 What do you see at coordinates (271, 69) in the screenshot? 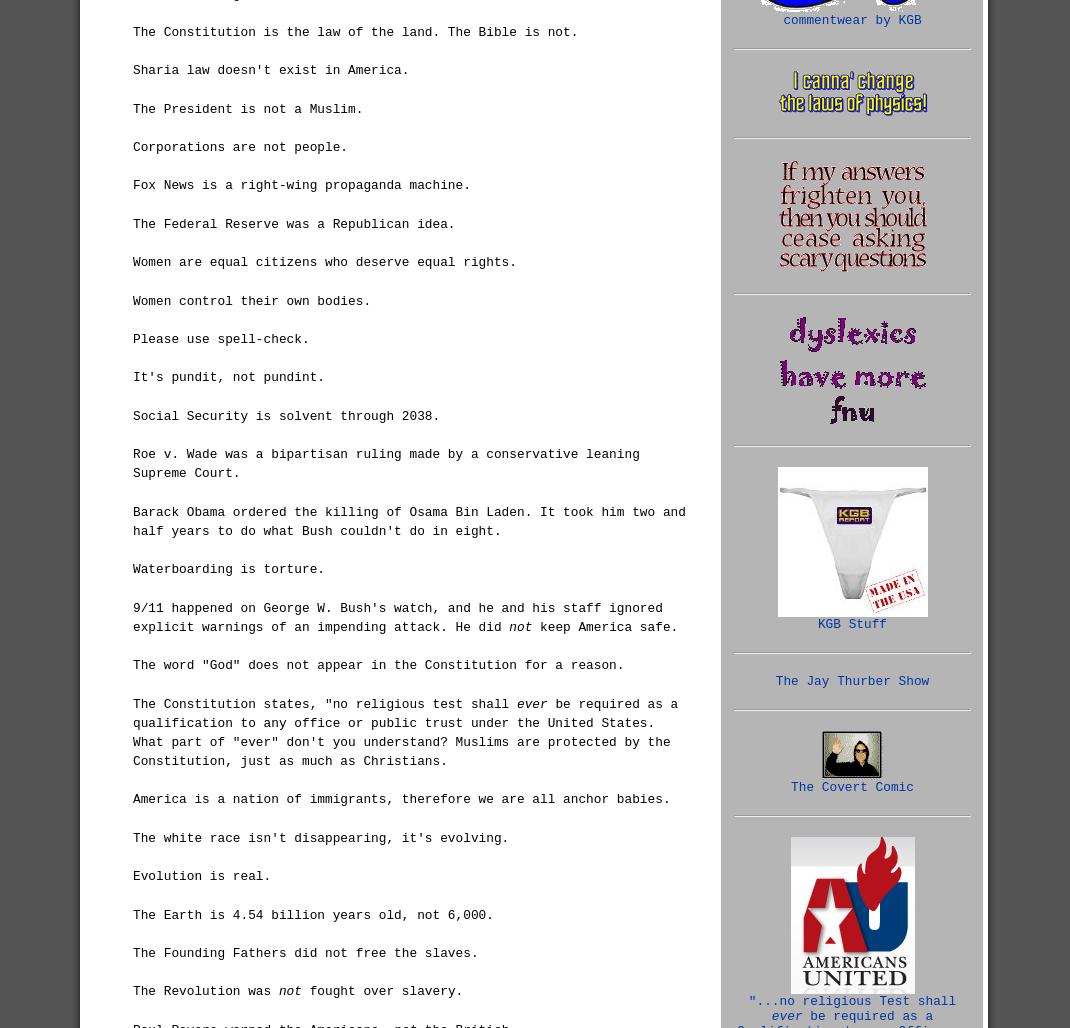
I see `'Sharia law doesn't exist in America.'` at bounding box center [271, 69].